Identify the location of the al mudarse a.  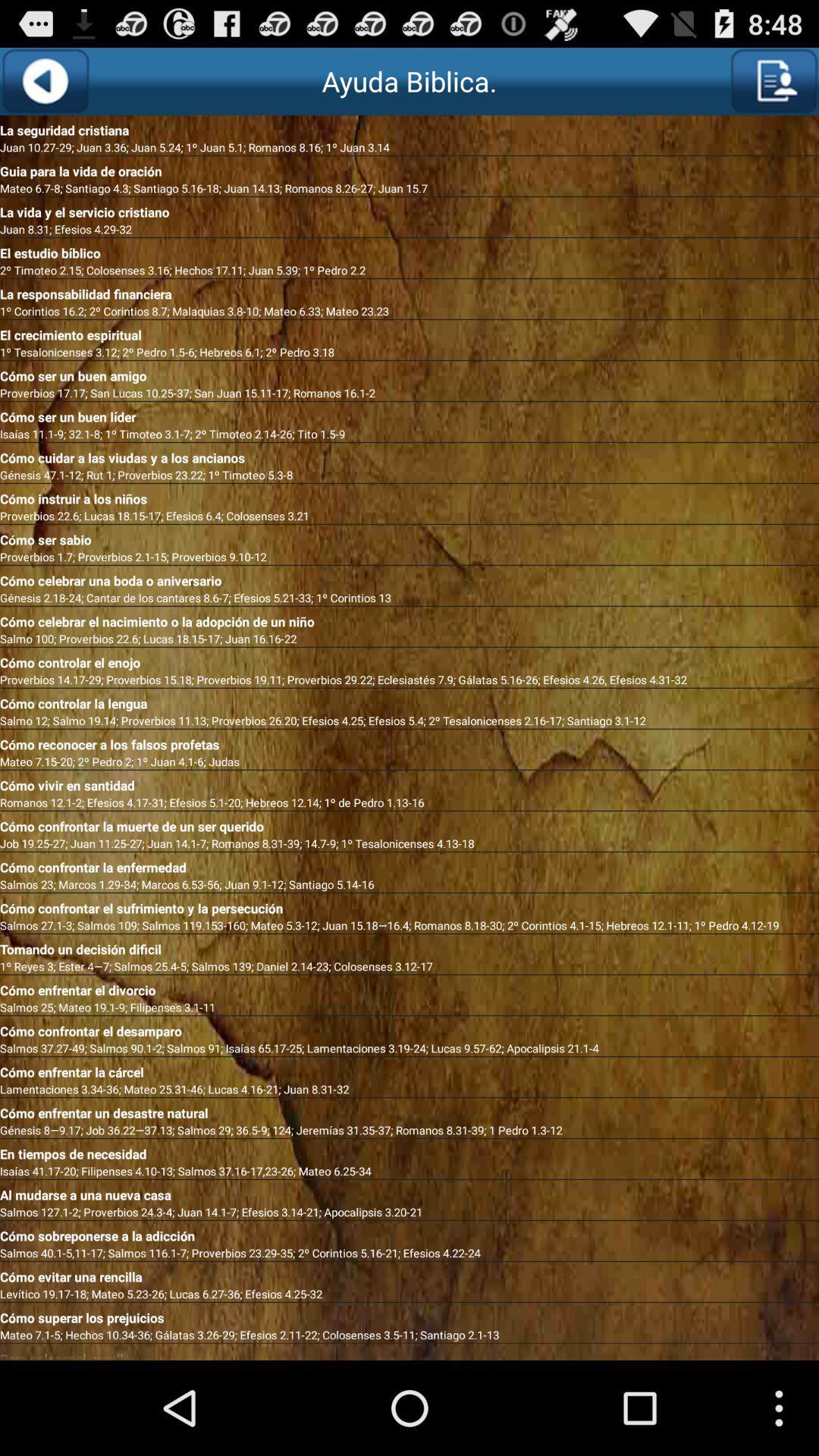
(409, 1191).